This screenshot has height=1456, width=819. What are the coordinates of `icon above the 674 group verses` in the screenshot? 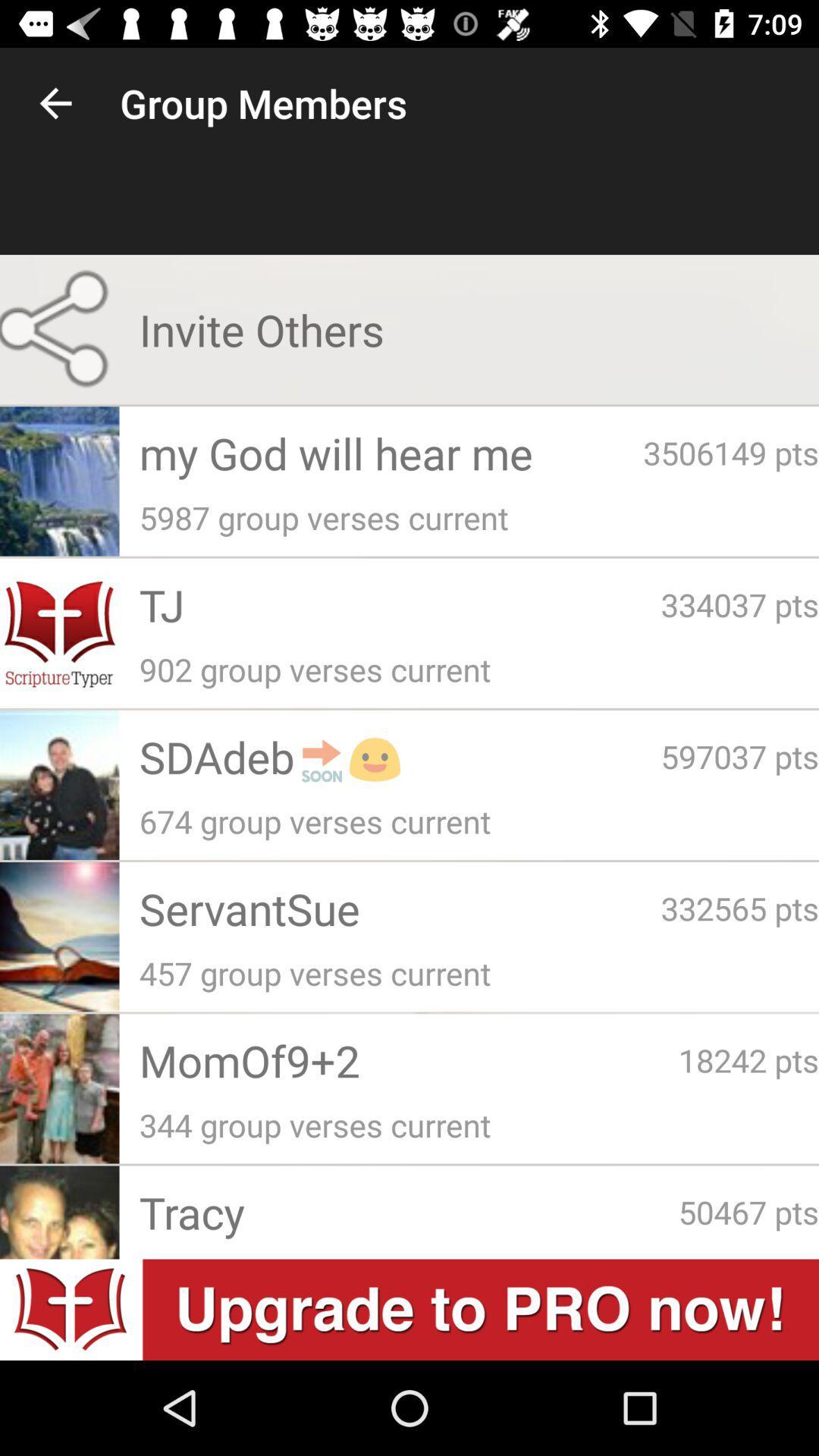 It's located at (399, 756).